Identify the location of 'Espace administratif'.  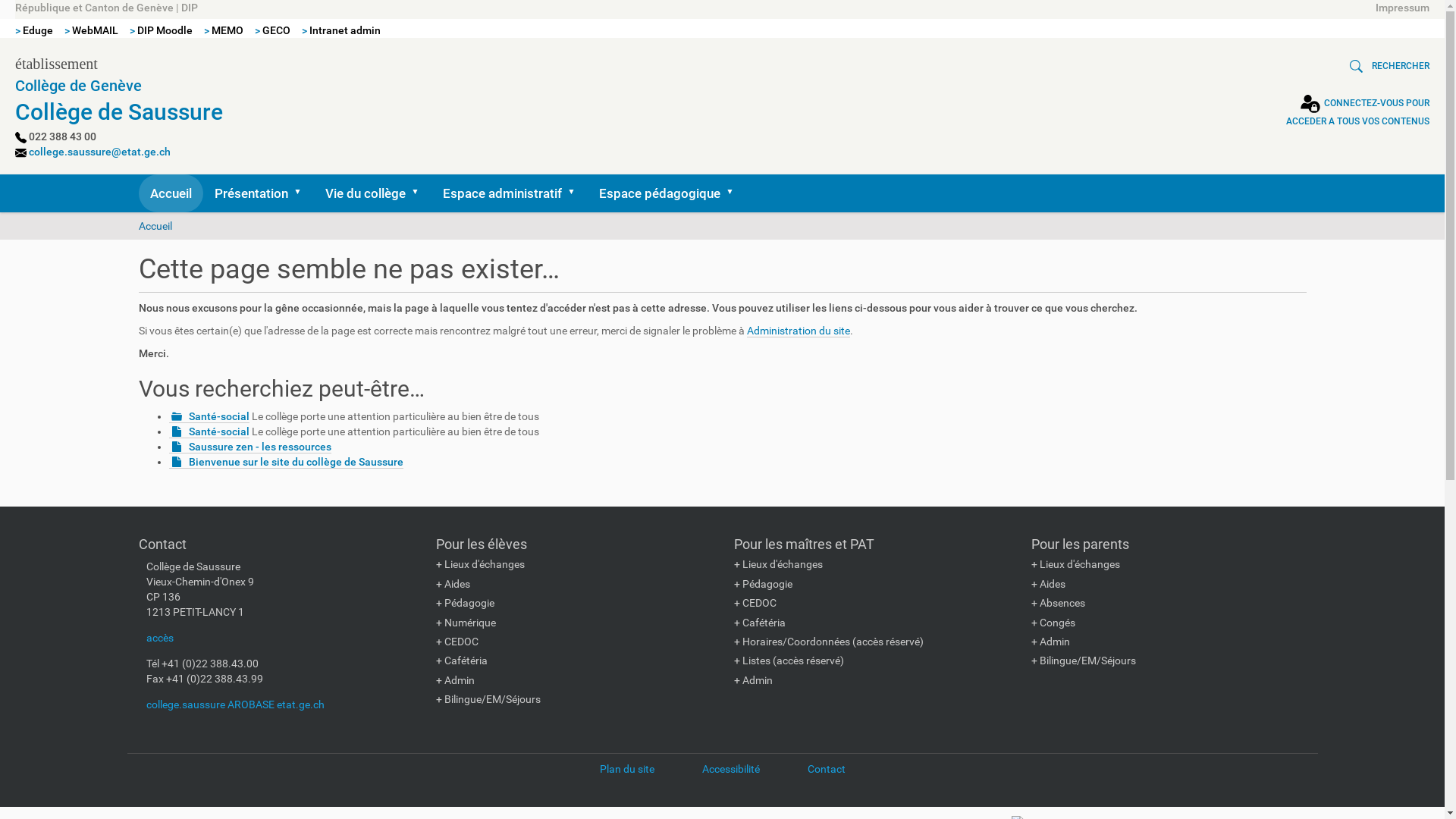
(509, 192).